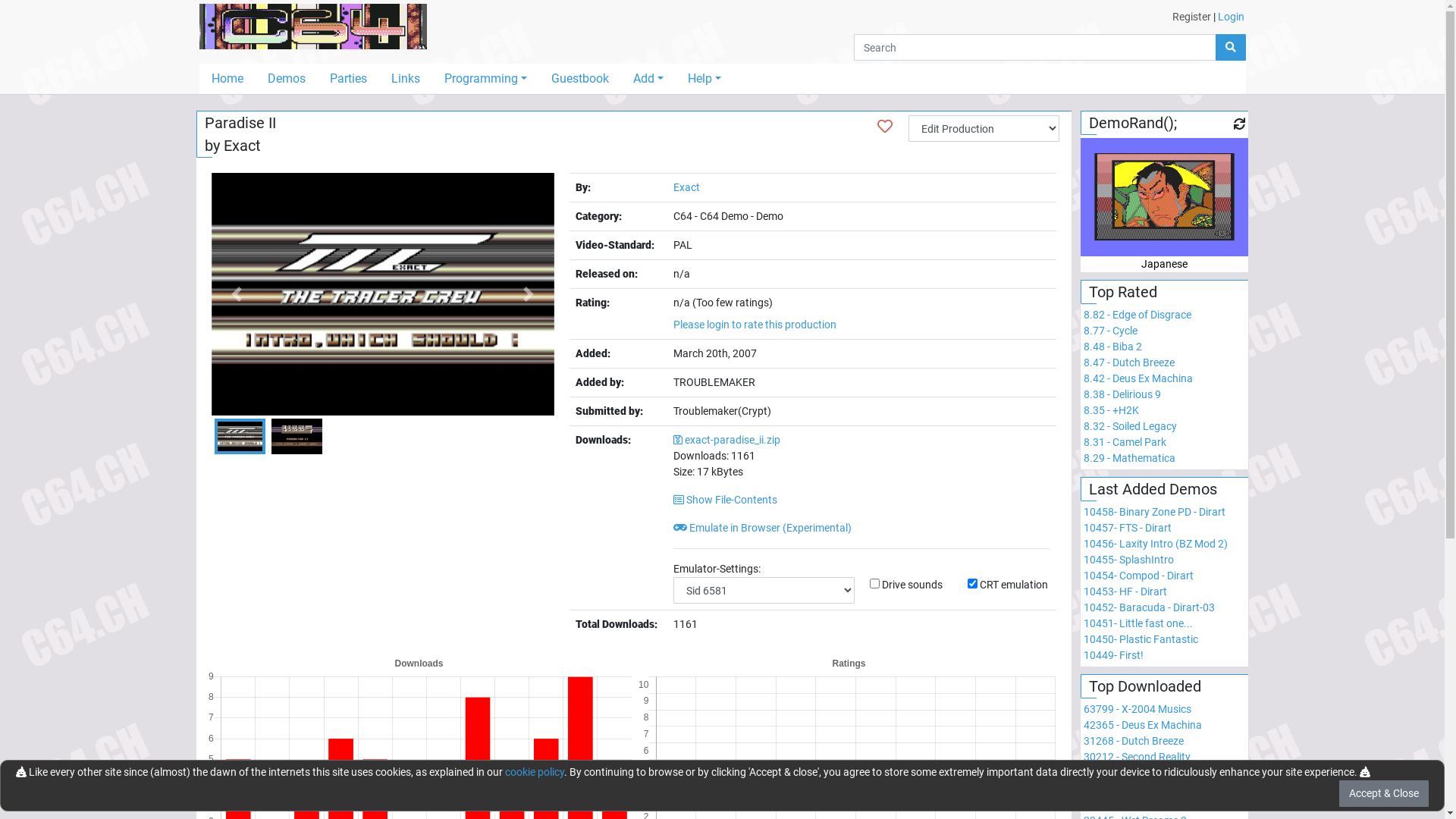  I want to click on '8.48 - Biba 2', so click(1112, 346).